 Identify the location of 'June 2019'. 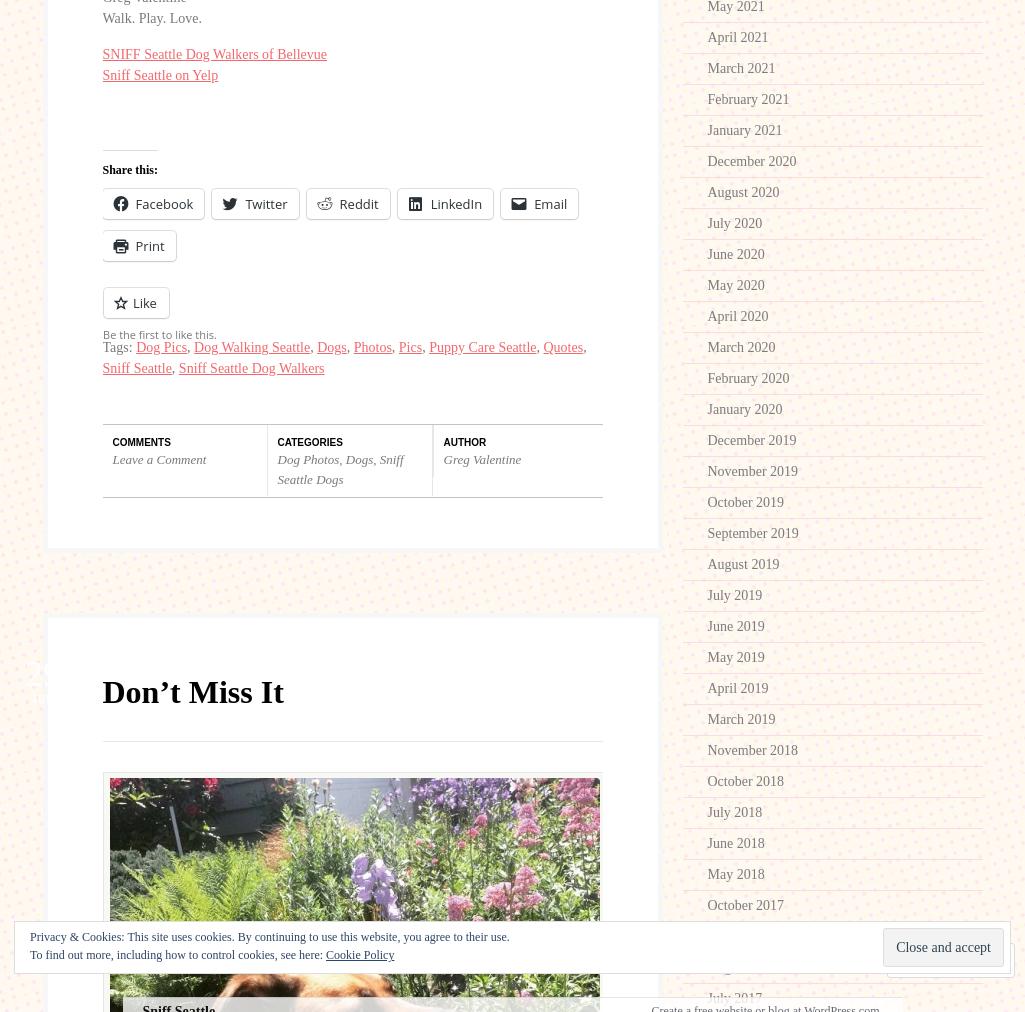
(734, 625).